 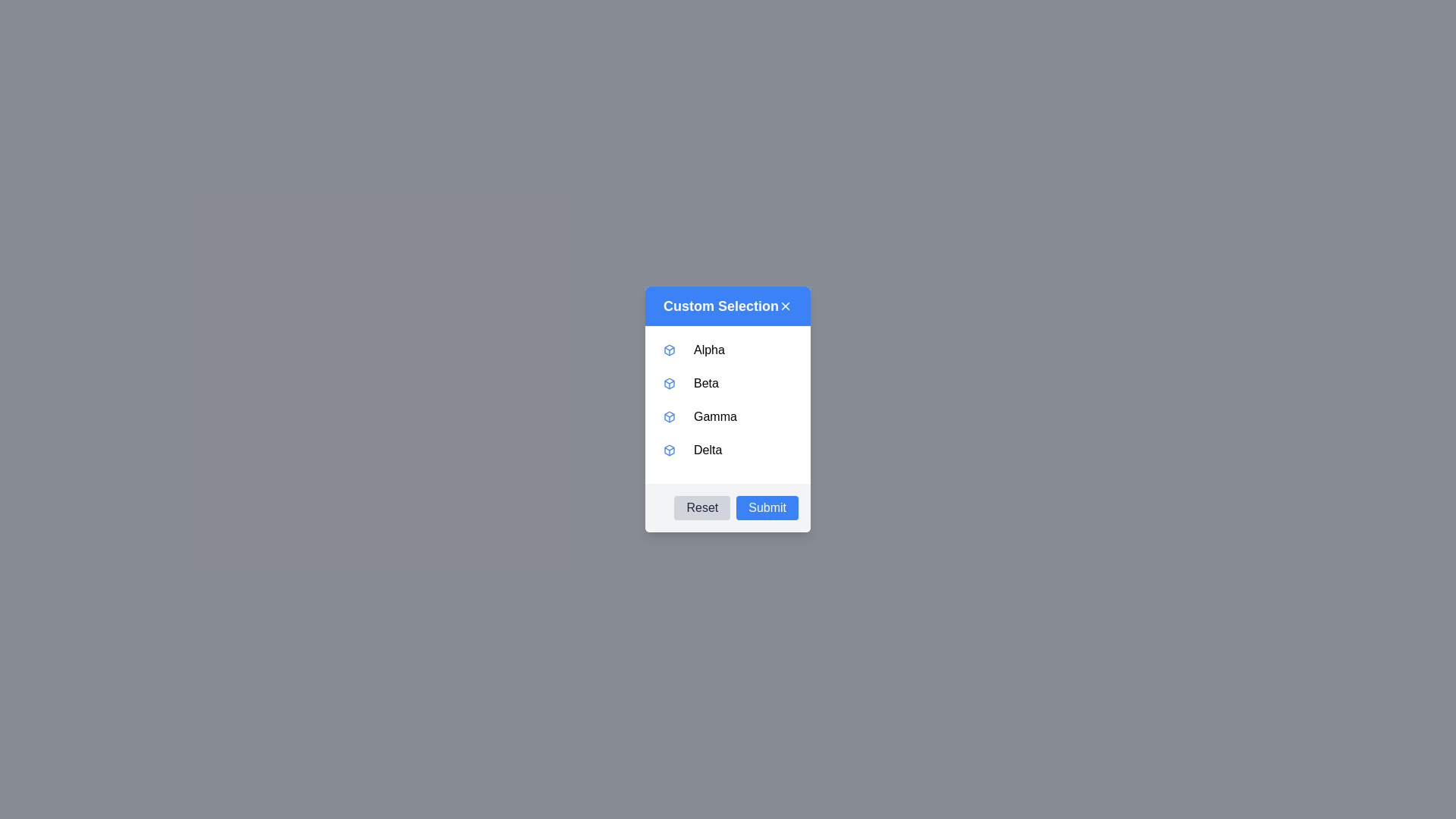 I want to click on the fourth icon in the vertical list labeled 'Delta', so click(x=669, y=450).